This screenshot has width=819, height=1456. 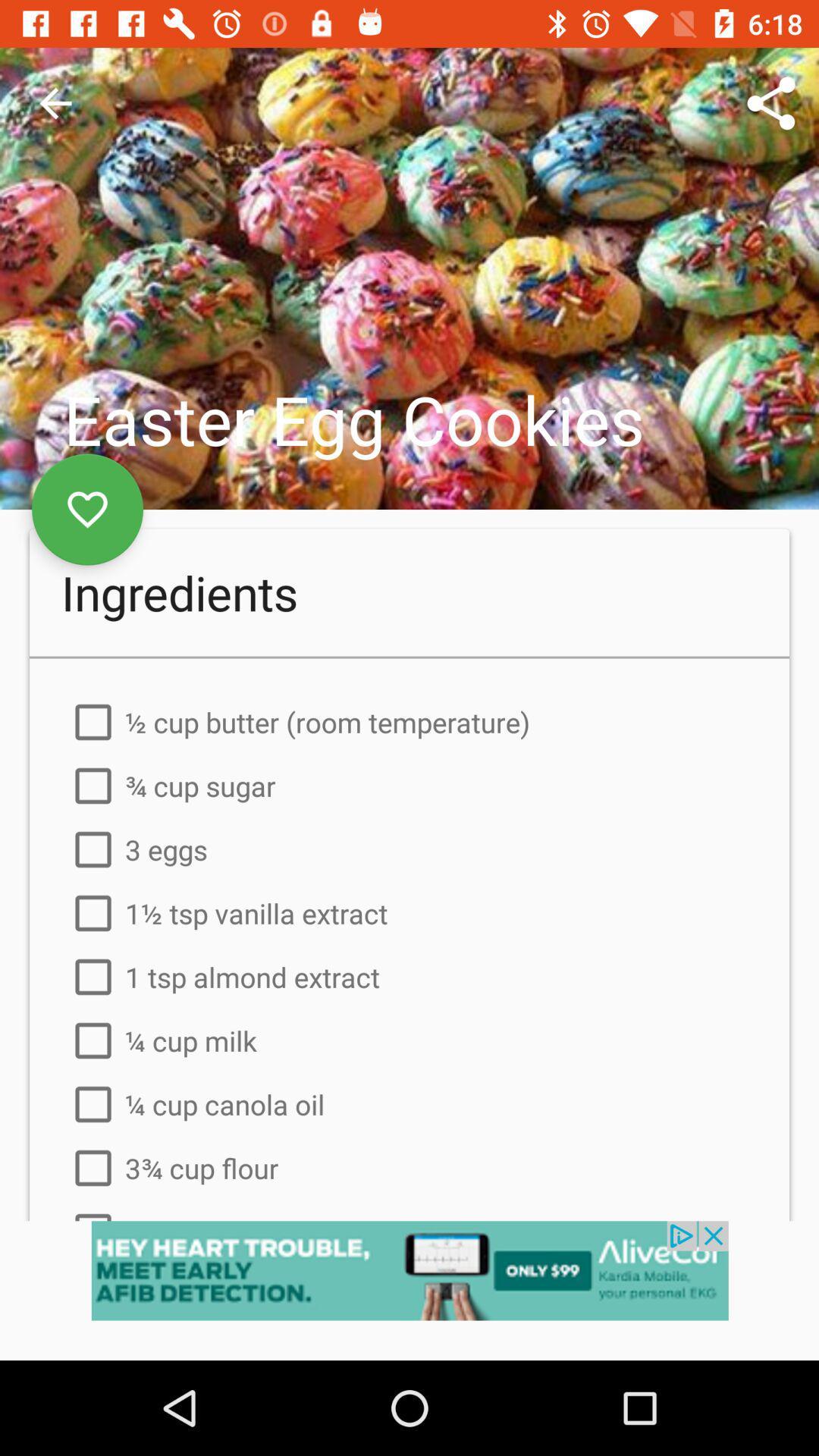 I want to click on favorite, so click(x=87, y=510).